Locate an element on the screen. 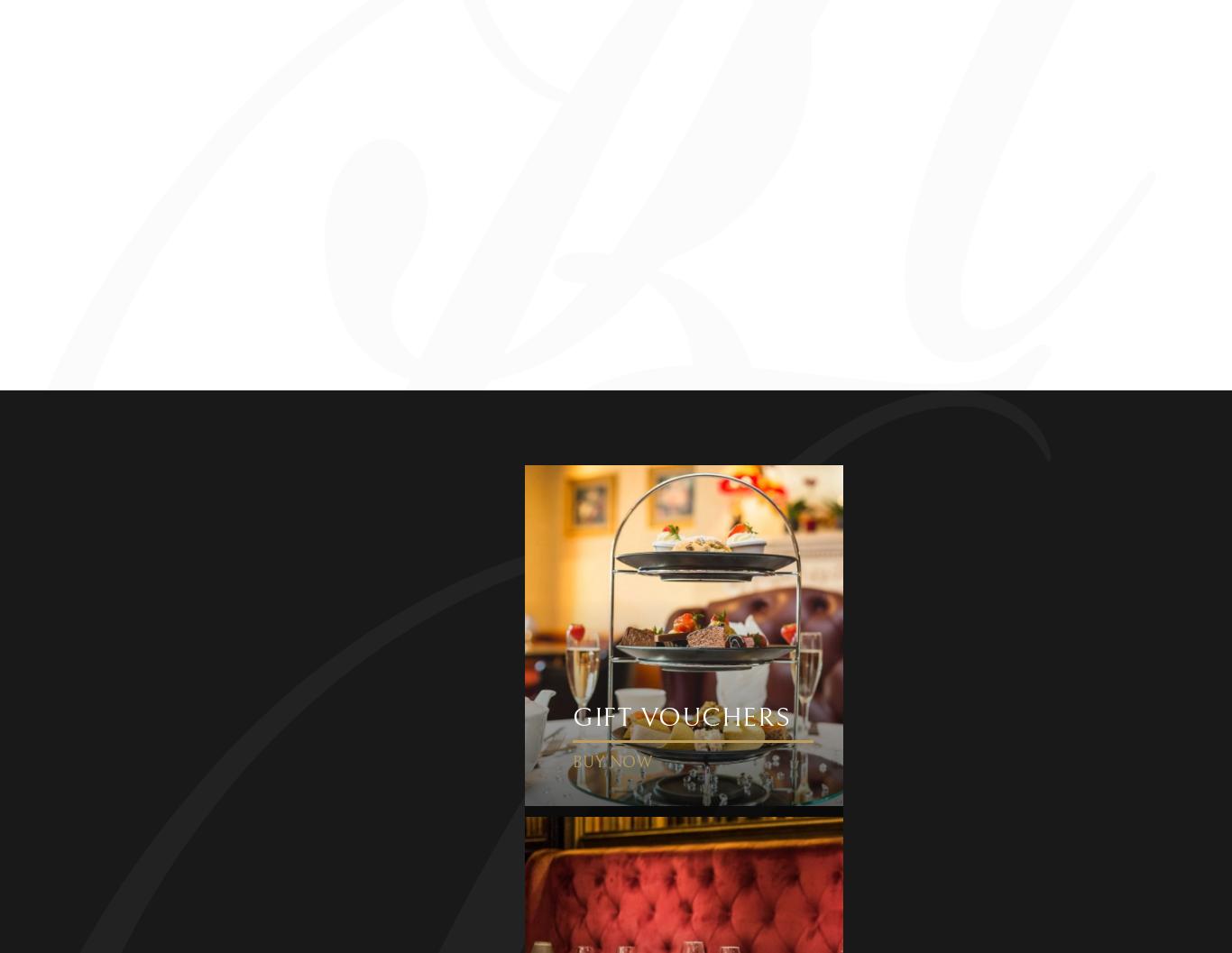 The width and height of the screenshot is (1232, 953). 'Gift Vouchers' is located at coordinates (680, 718).